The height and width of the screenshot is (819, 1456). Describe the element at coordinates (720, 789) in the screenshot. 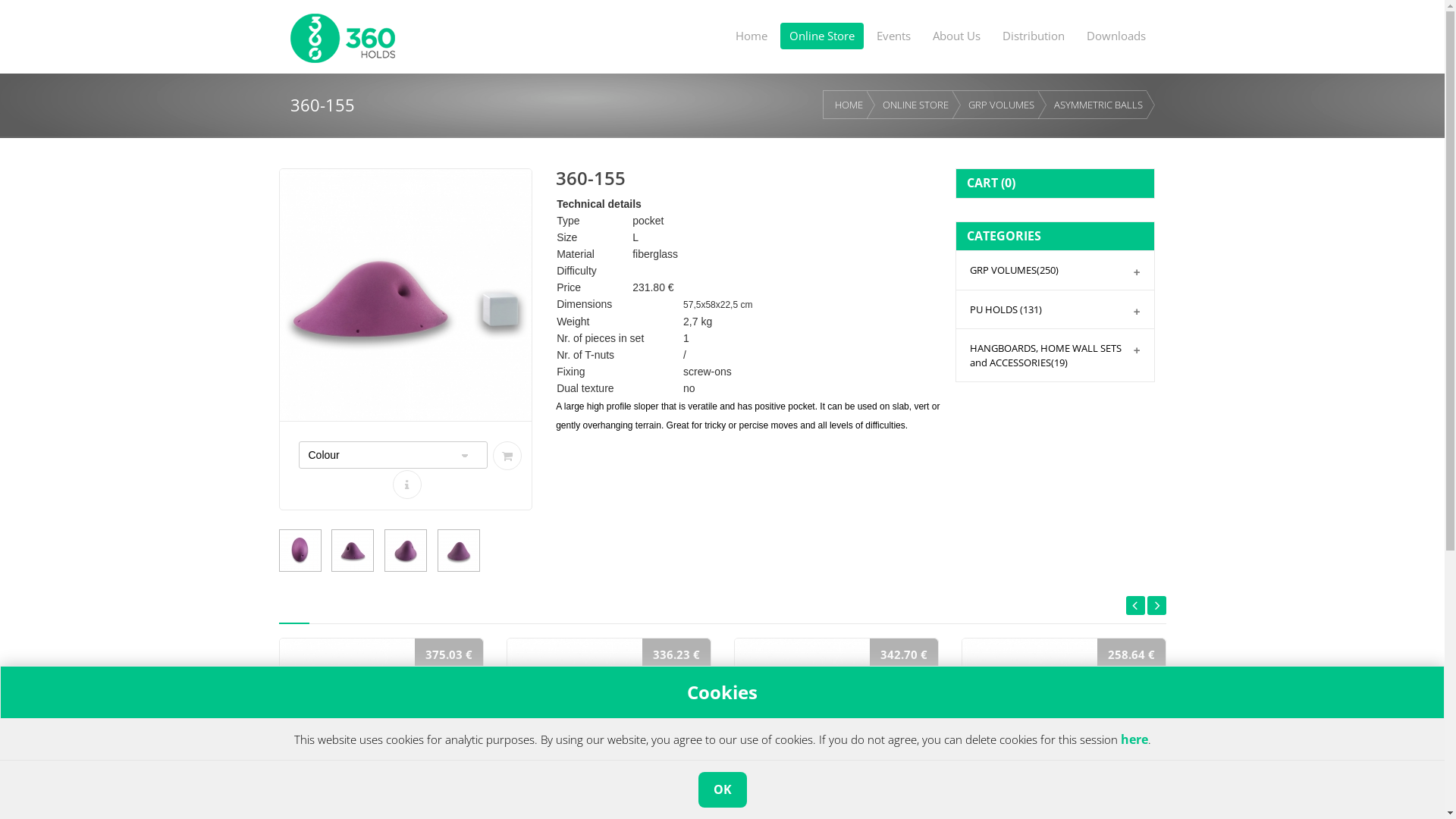

I see `'OK'` at that location.